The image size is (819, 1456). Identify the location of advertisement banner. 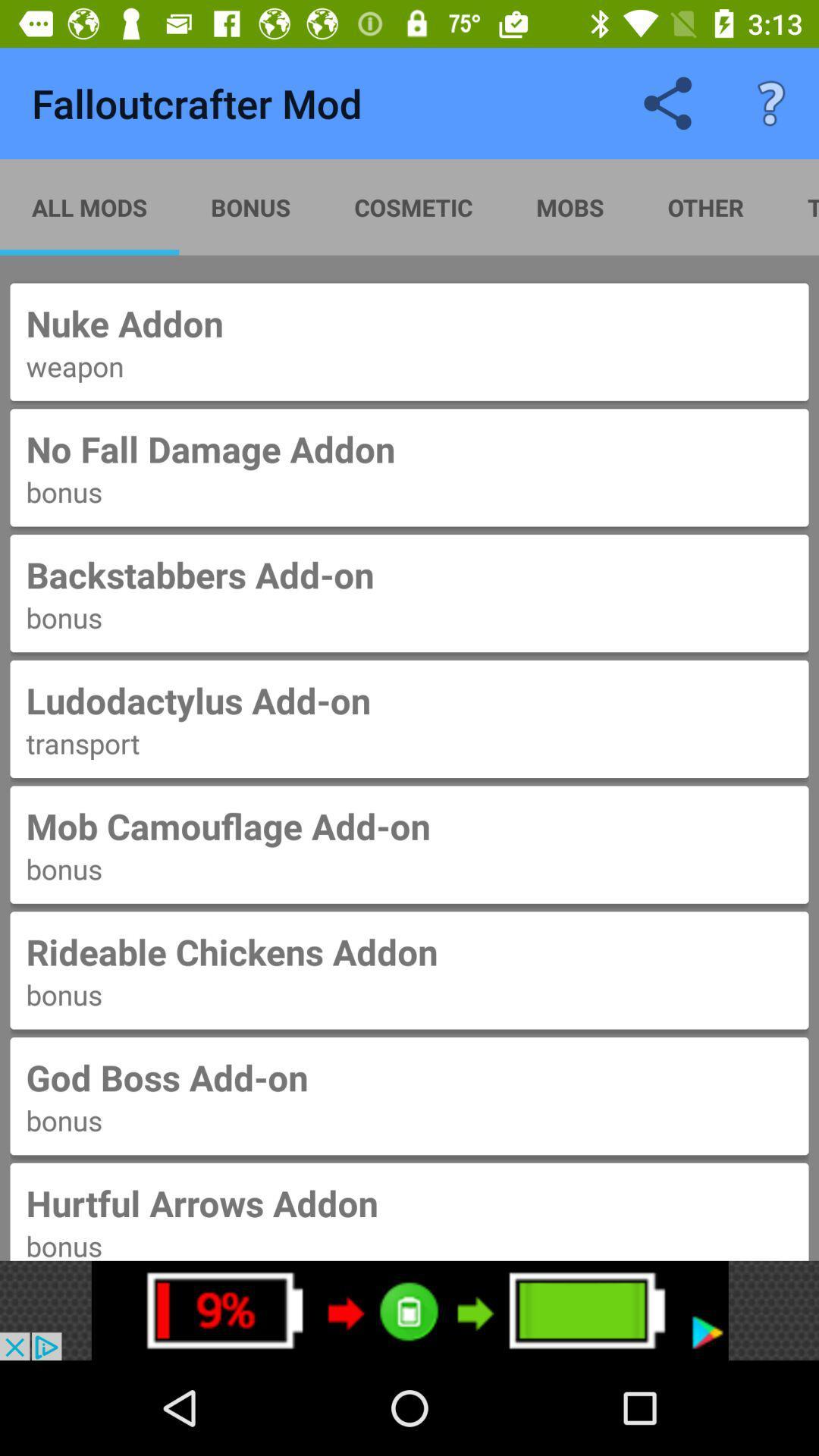
(409, 1310).